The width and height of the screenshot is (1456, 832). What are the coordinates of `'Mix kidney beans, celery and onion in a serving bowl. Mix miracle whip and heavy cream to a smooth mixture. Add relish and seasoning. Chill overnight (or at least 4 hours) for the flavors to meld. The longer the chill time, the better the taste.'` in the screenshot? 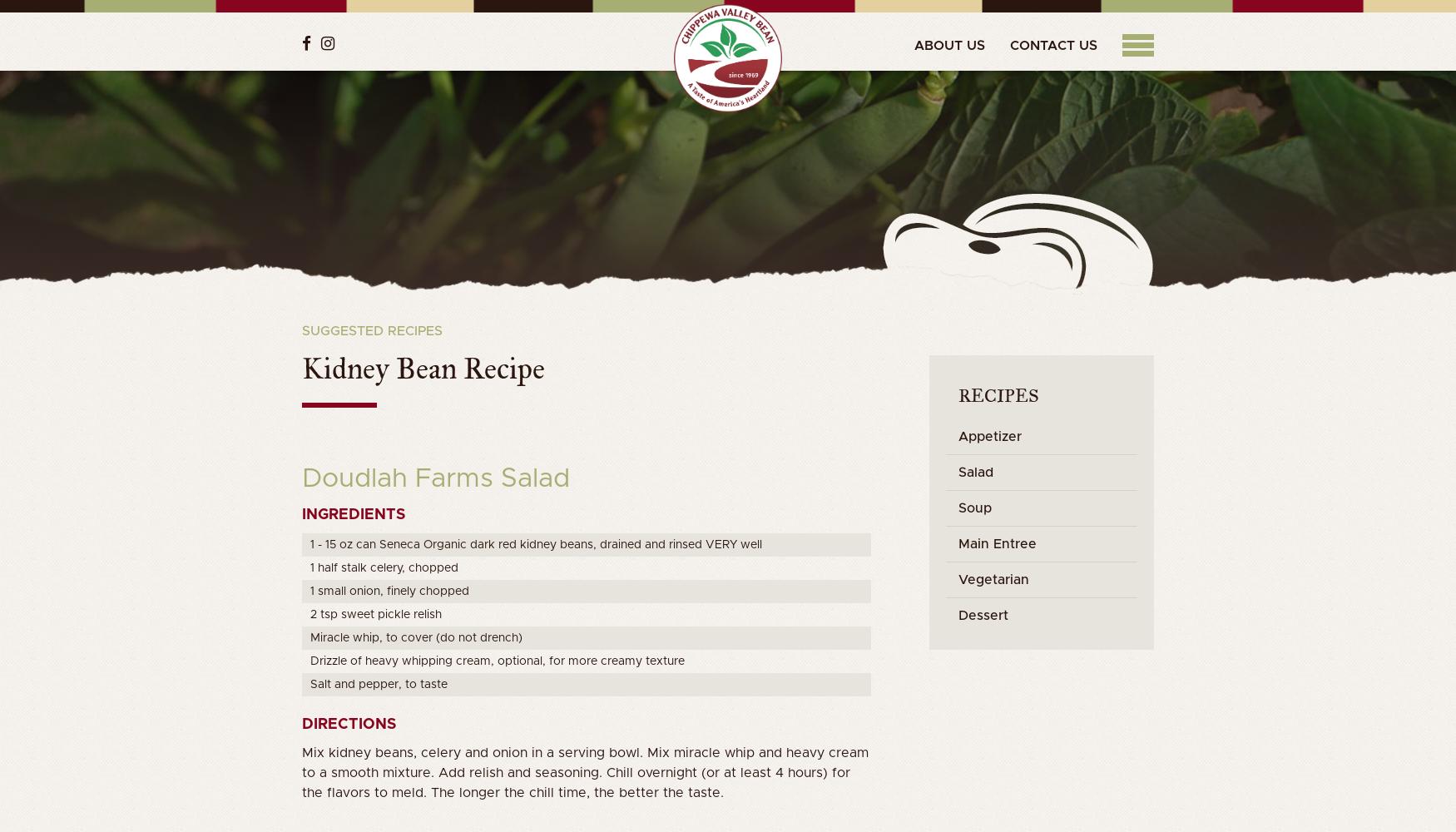 It's located at (585, 773).